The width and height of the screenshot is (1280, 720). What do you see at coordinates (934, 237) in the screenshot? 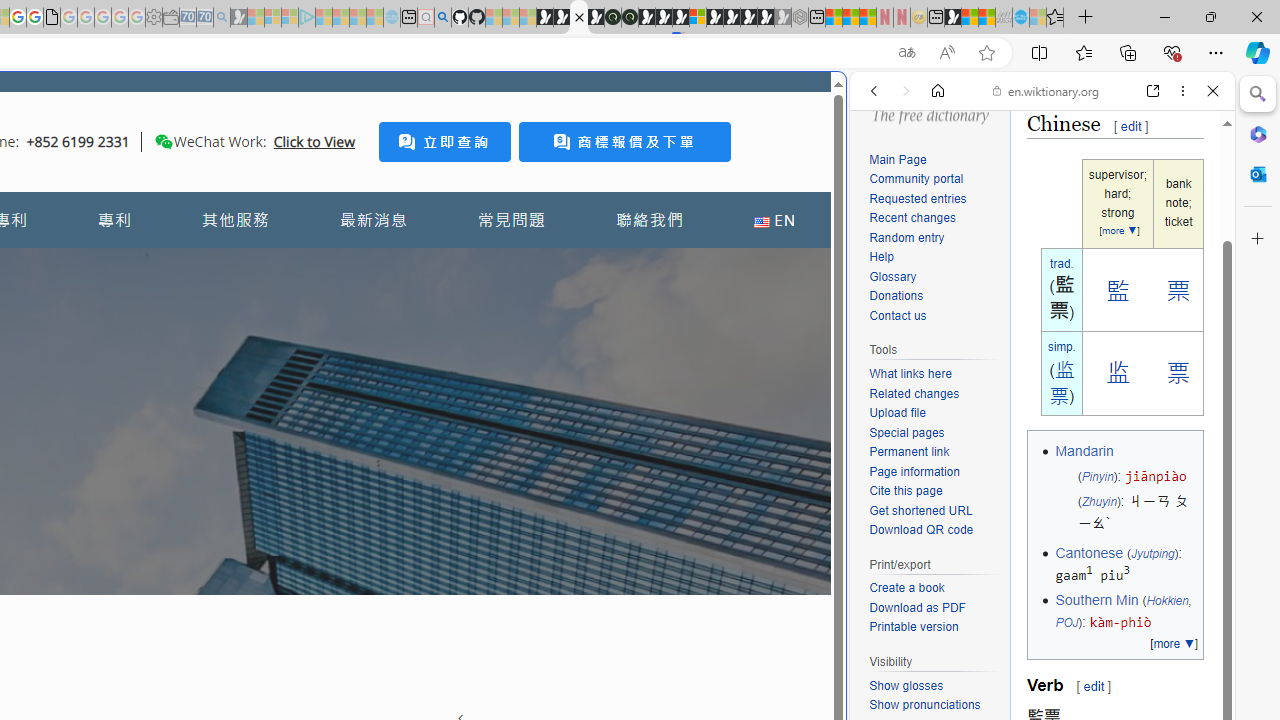
I see `'Random entry'` at bounding box center [934, 237].